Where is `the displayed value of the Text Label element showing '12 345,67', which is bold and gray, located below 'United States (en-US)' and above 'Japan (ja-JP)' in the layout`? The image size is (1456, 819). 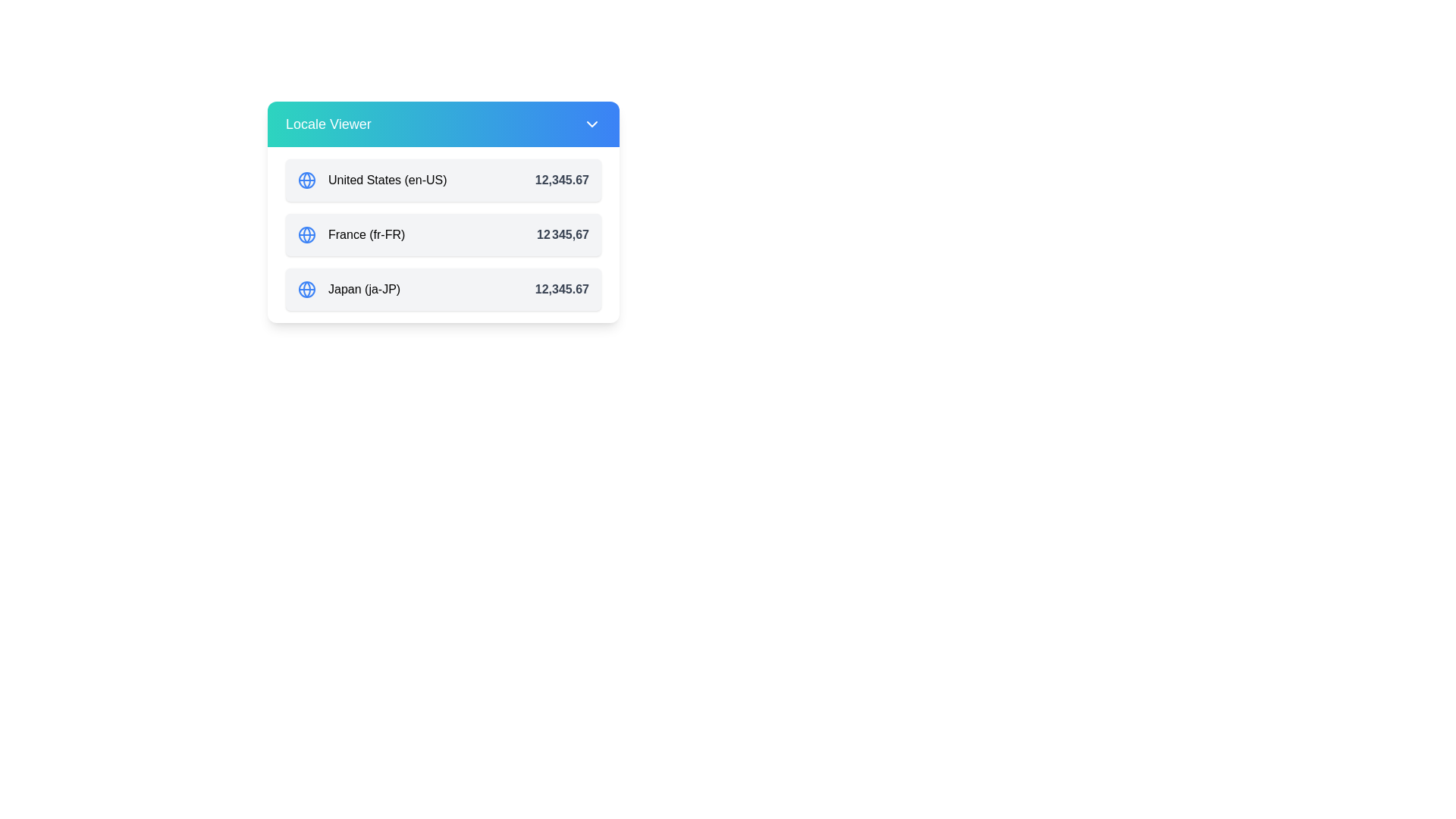
the displayed value of the Text Label element showing '12 345,67', which is bold and gray, located below 'United States (en-US)' and above 'Japan (ja-JP)' in the layout is located at coordinates (562, 234).